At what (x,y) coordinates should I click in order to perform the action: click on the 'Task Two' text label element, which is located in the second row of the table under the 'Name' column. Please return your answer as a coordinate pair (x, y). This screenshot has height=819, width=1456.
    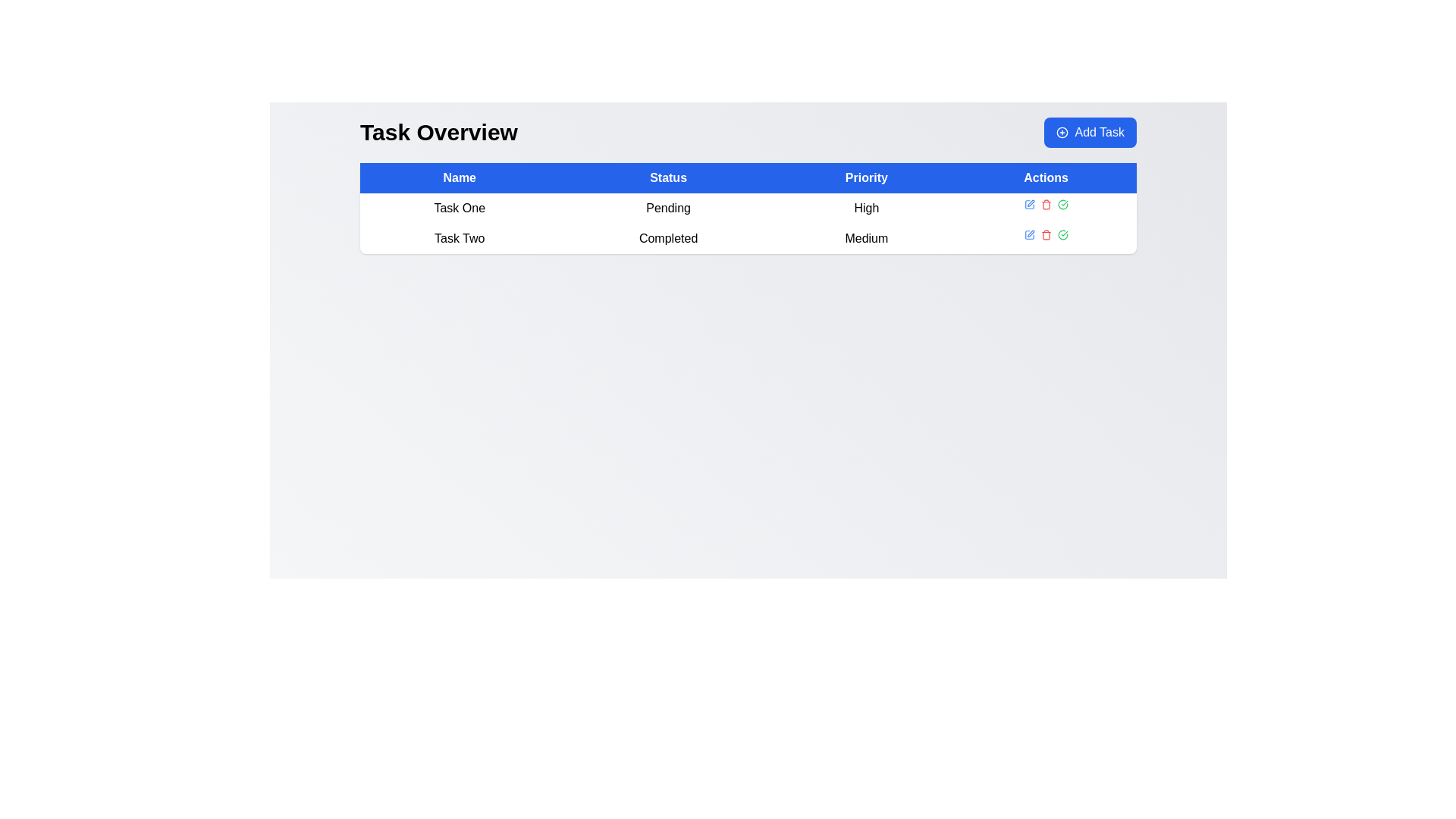
    Looking at the image, I should click on (459, 239).